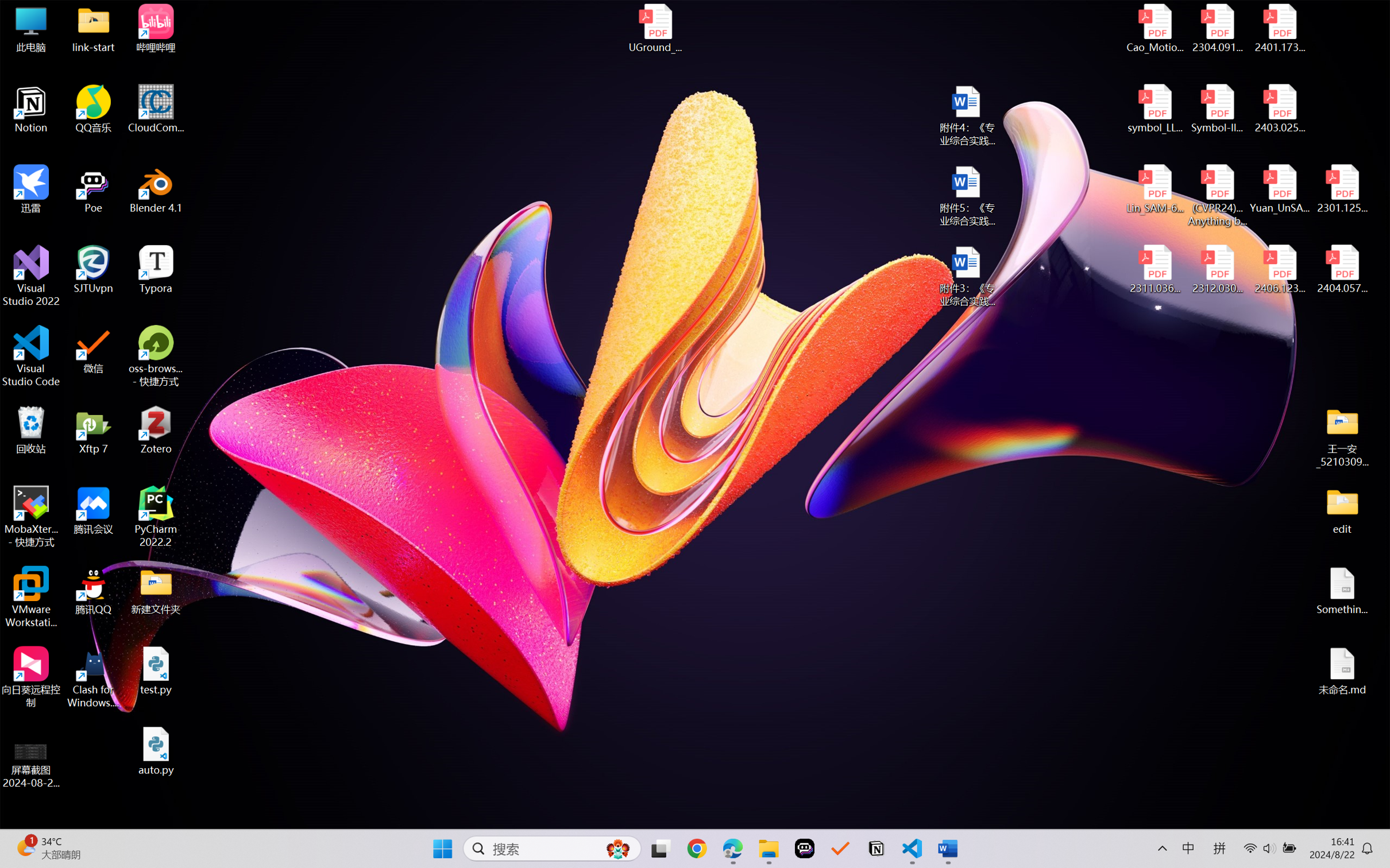  I want to click on '2304.09121v3.pdf', so click(1217, 28).